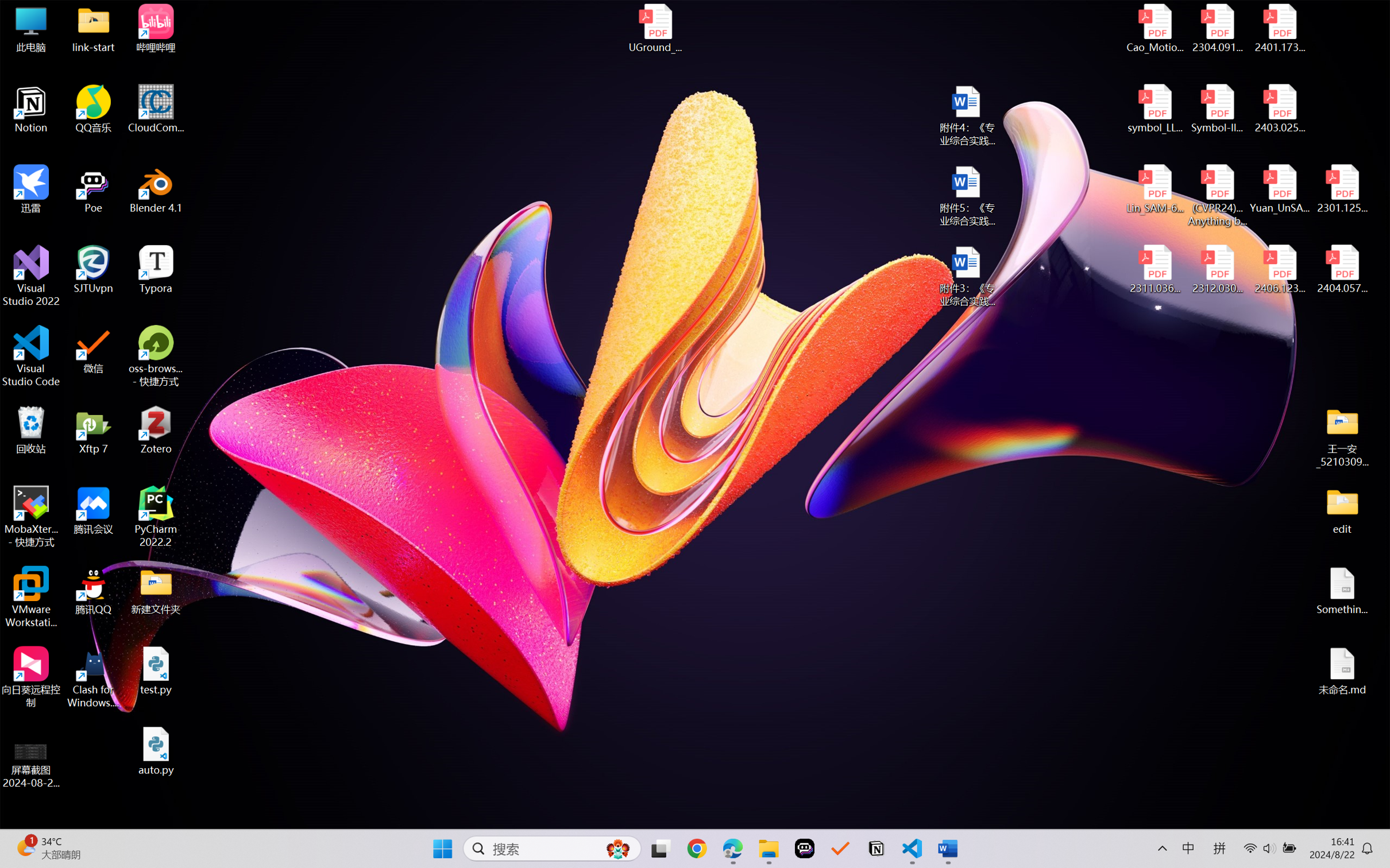  I want to click on '2304.09121v3.pdf', so click(1217, 28).